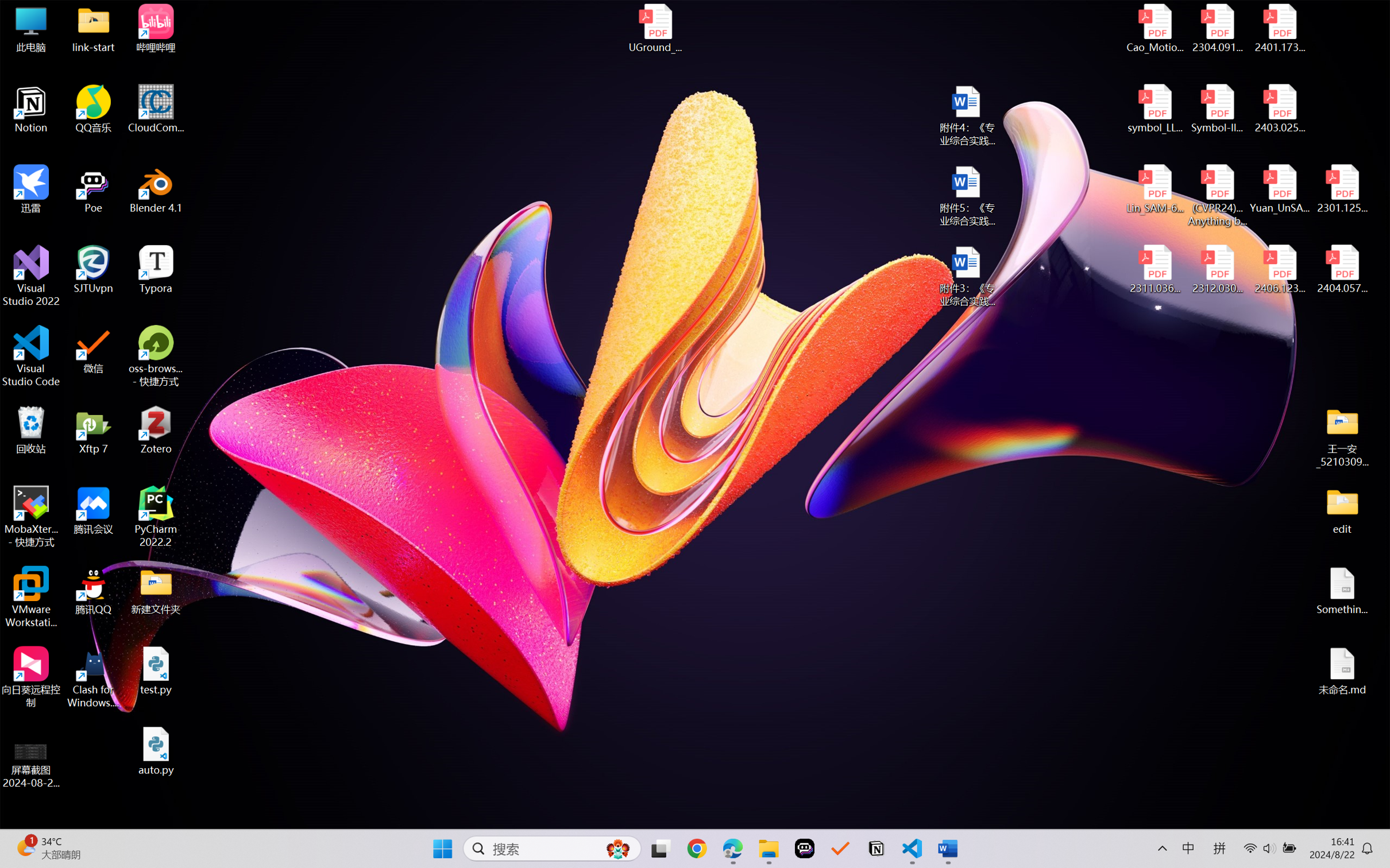  I want to click on '2304.09121v3.pdf', so click(1217, 28).